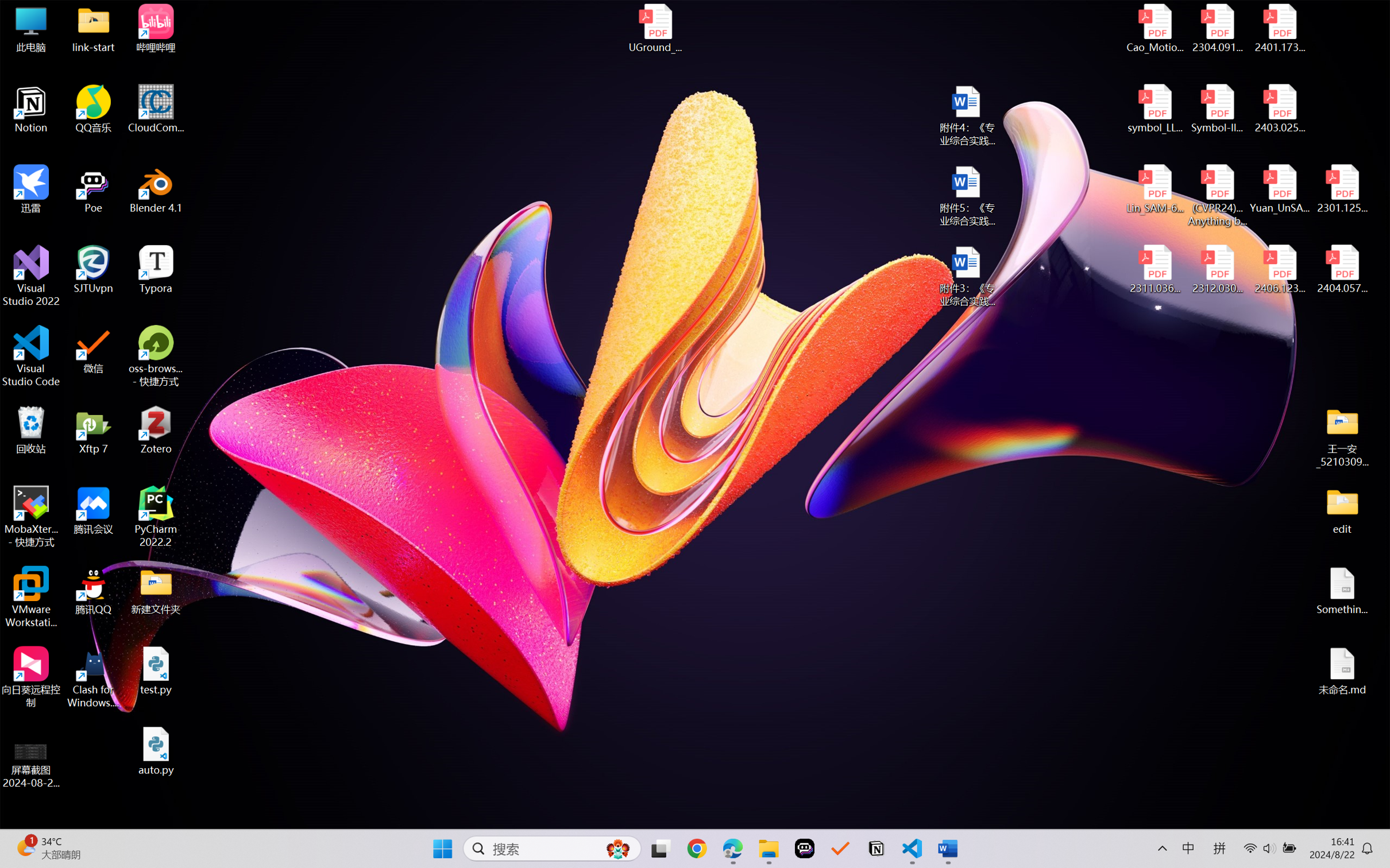  I want to click on '2304.09121v3.pdf', so click(1217, 28).